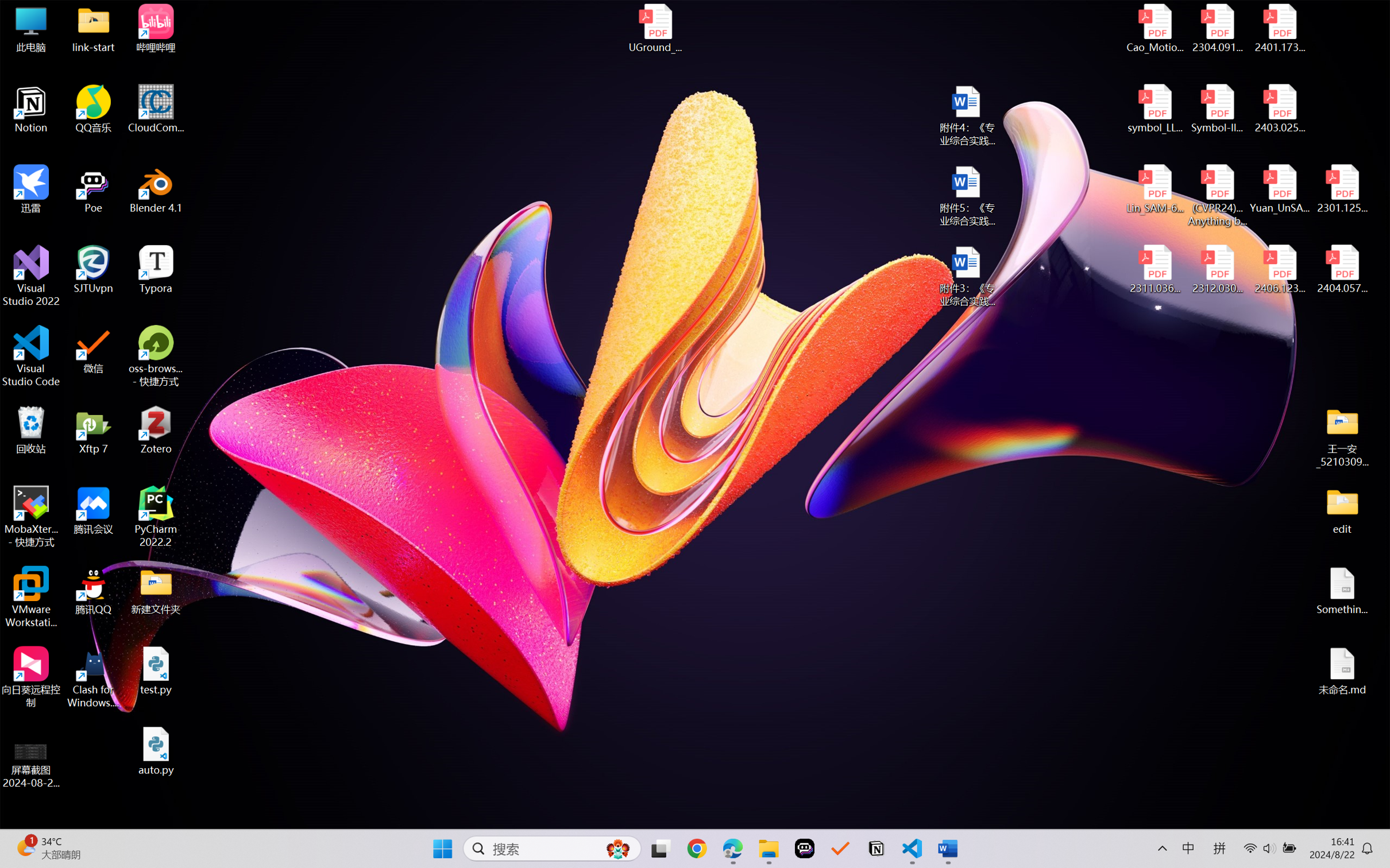  I want to click on '2304.09121v3.pdf', so click(1217, 28).